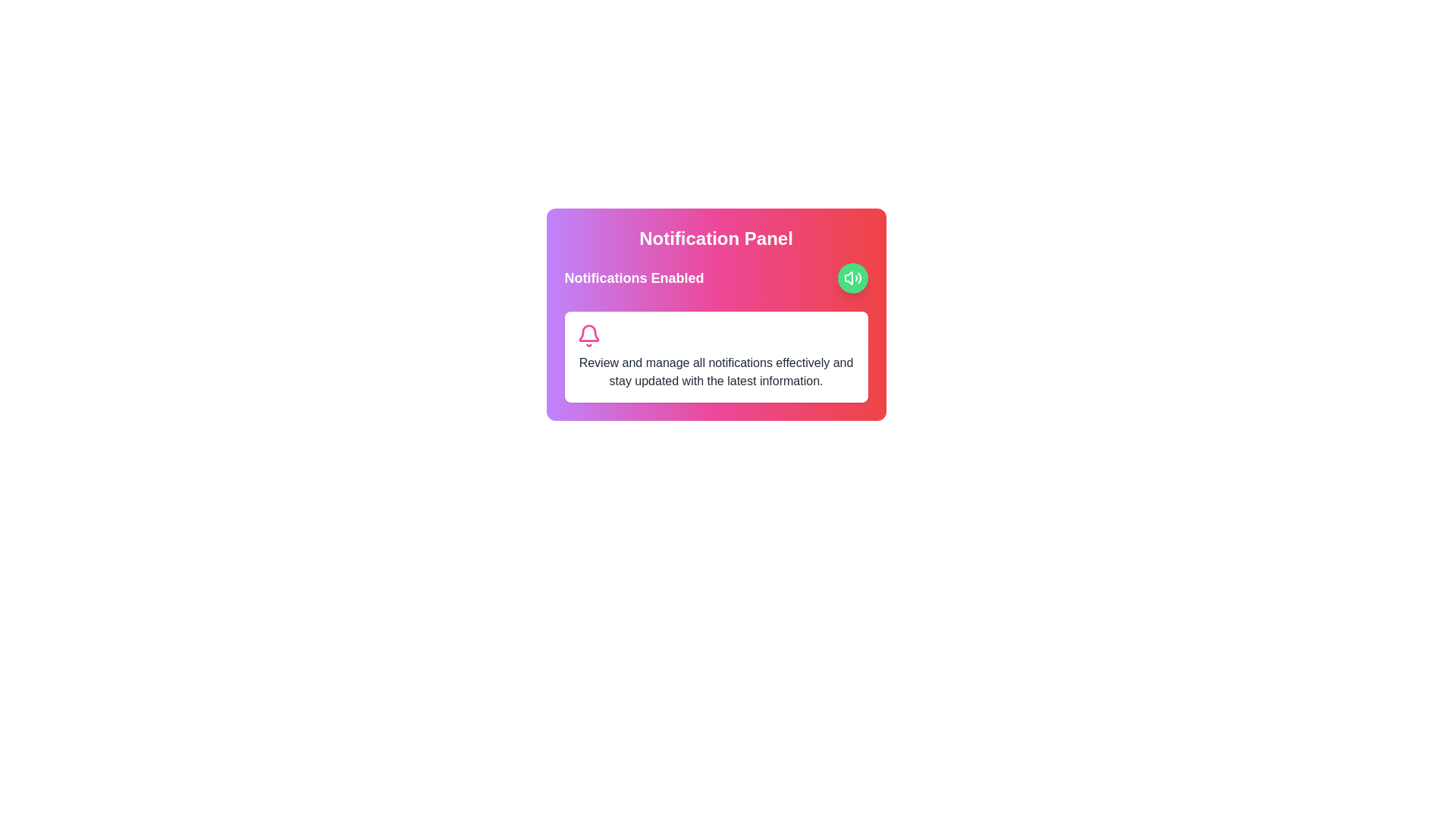 The image size is (1456, 819). I want to click on the speaker icon with sound waves located at the top-right corner of the notification panel, so click(852, 278).